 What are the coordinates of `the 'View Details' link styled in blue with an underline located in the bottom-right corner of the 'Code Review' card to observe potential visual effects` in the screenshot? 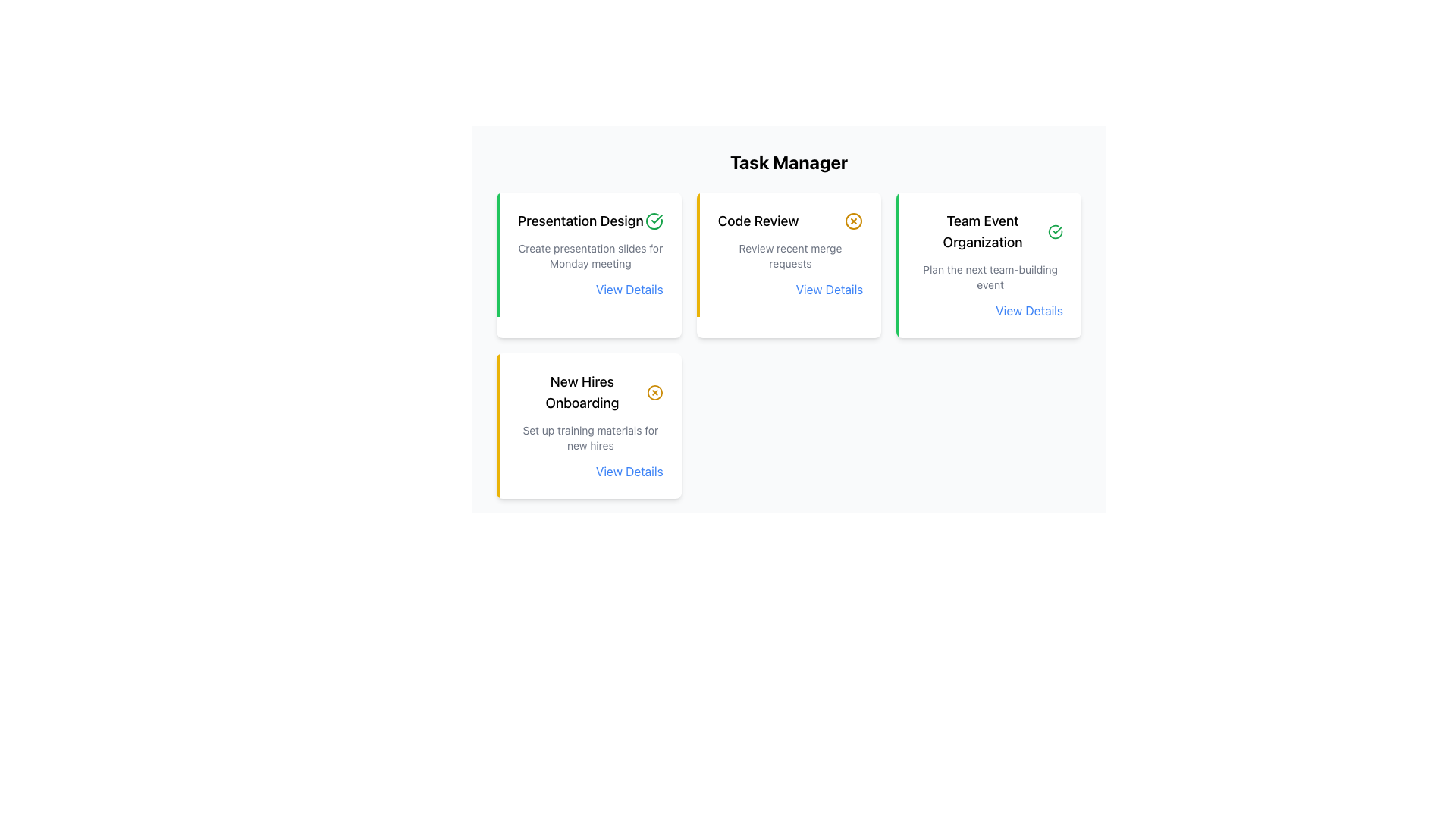 It's located at (789, 289).